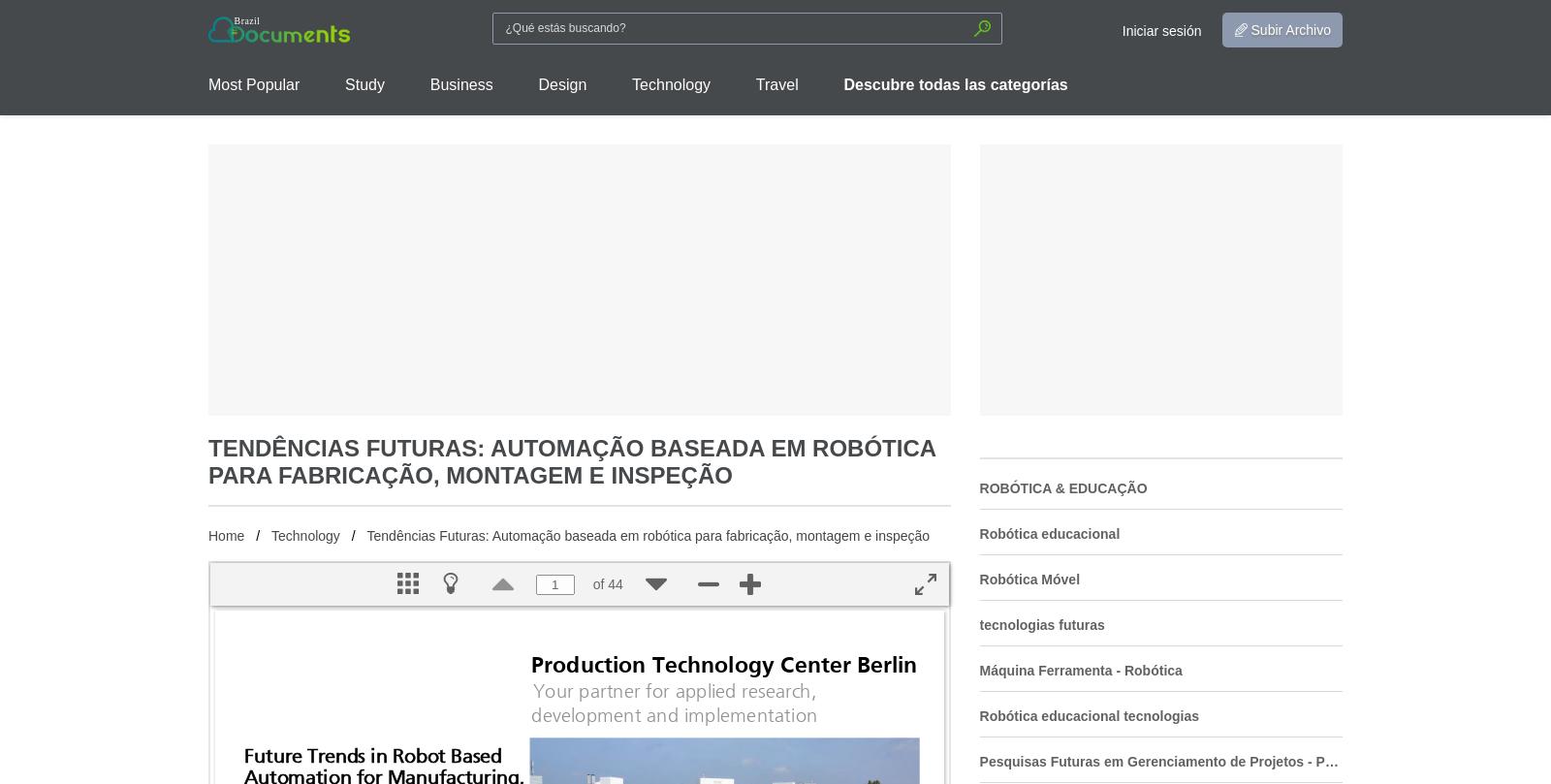  I want to click on 'of 44', so click(592, 584).